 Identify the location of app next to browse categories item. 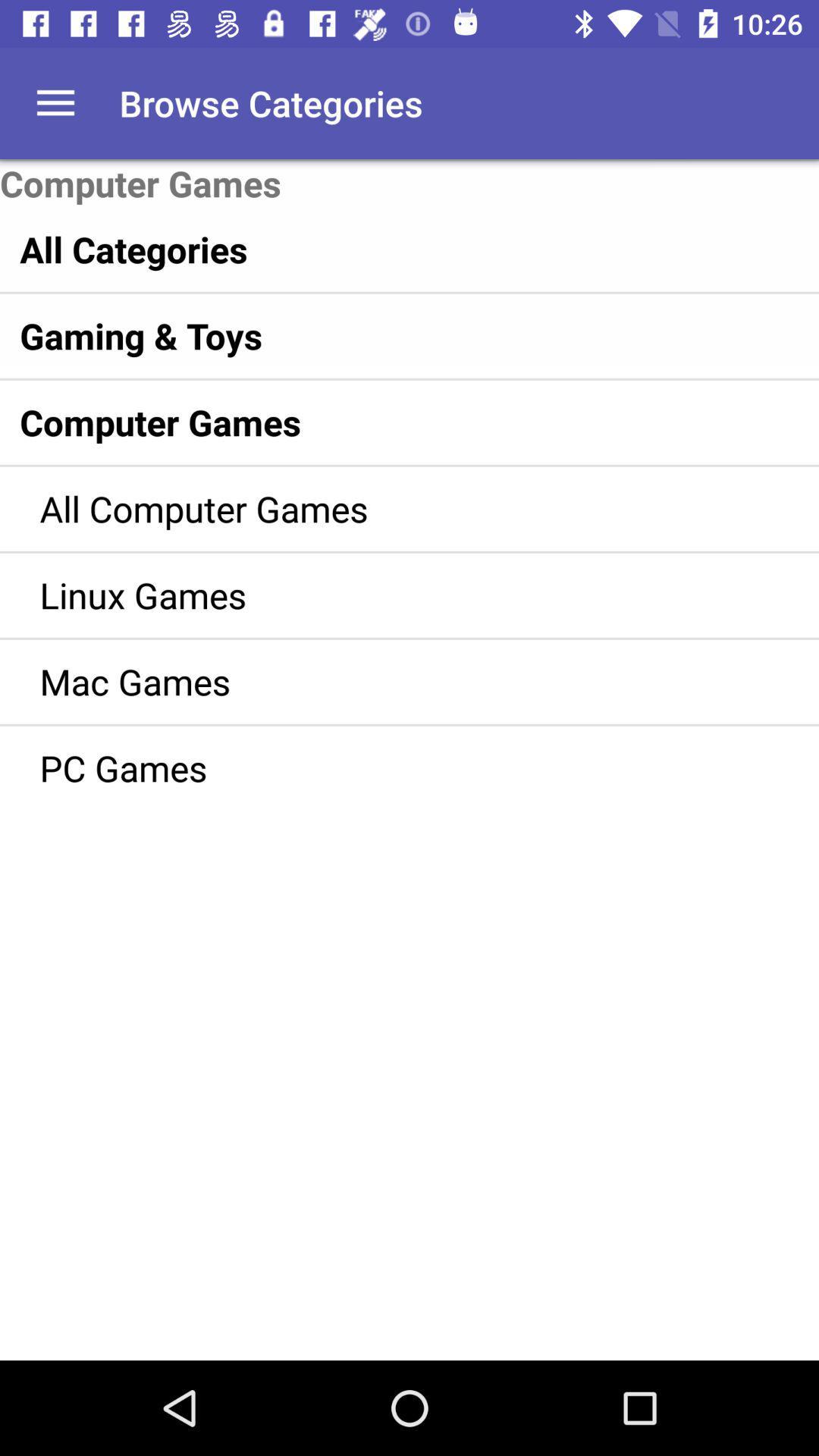
(55, 102).